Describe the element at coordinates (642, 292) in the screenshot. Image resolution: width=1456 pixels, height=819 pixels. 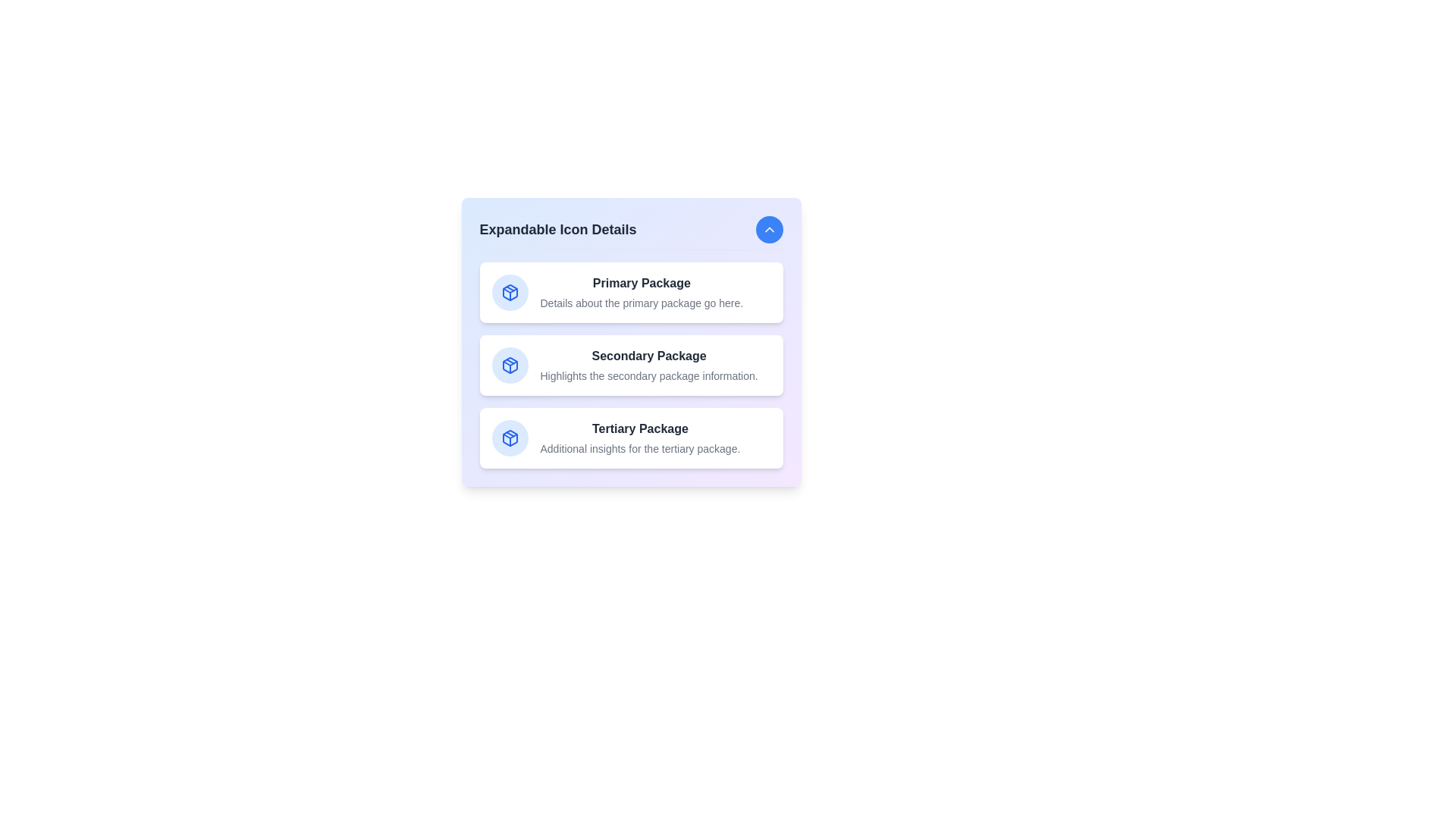
I see `text block that labels and describes the primary package, located centrally in the first row of a vertical list of card-like sections, just below the header 'Expandable Icon Details.'` at that location.